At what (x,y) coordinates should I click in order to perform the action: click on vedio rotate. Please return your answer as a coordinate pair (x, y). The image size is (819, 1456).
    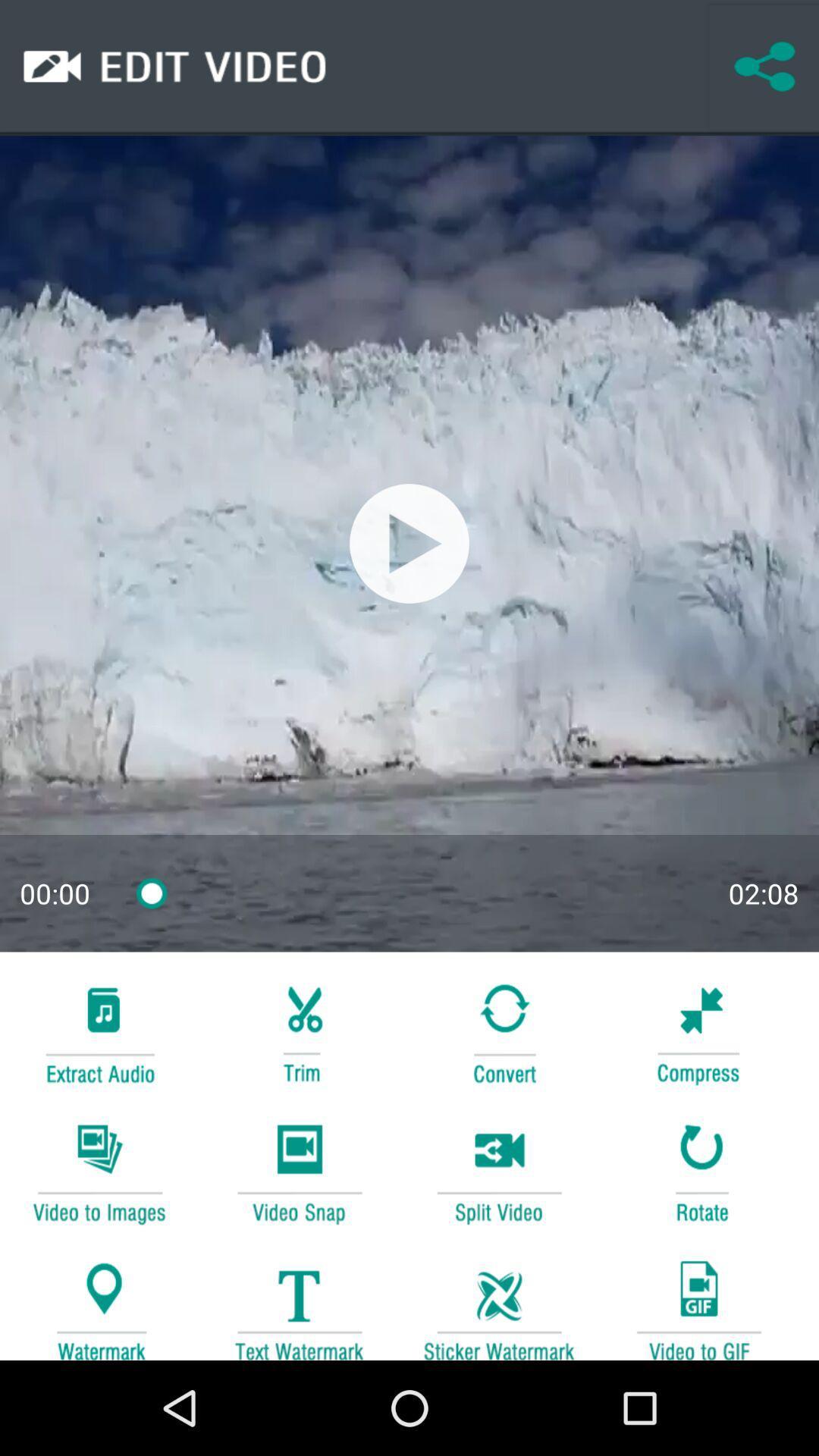
    Looking at the image, I should click on (698, 1171).